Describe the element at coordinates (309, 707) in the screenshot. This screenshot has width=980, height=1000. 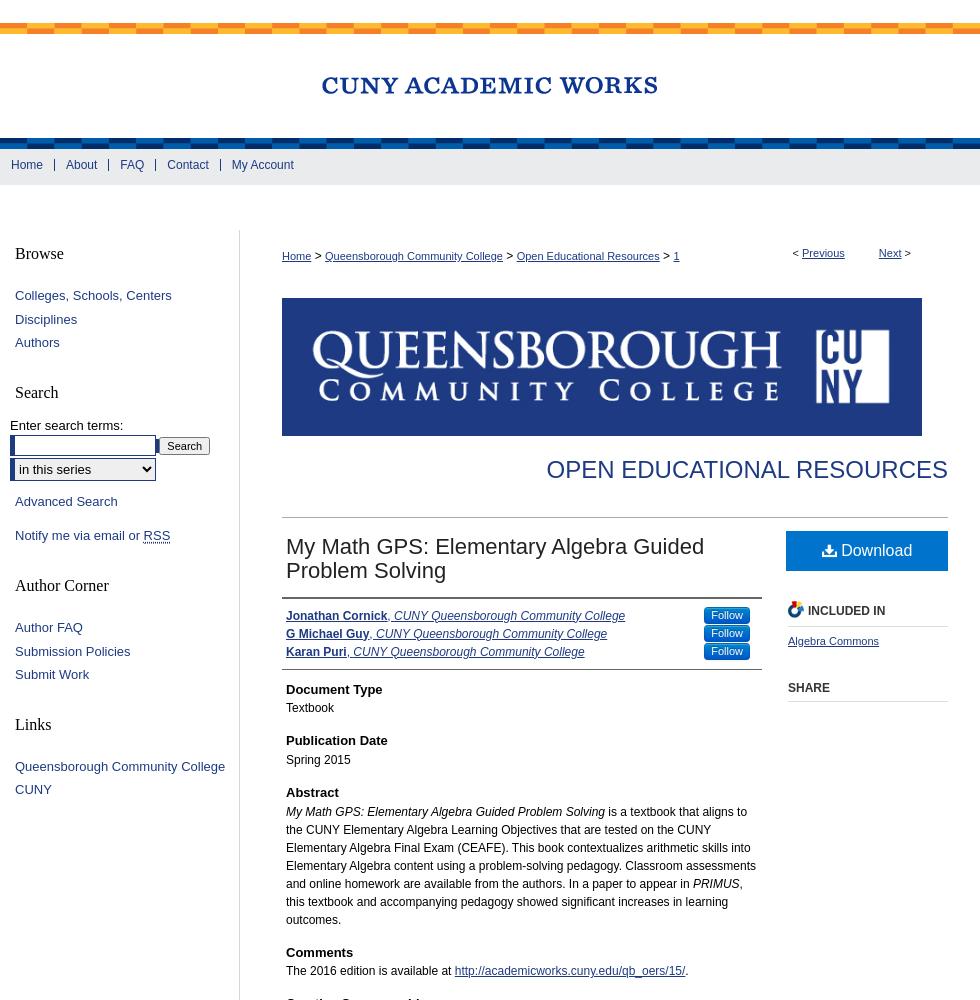
I see `'Textbook'` at that location.